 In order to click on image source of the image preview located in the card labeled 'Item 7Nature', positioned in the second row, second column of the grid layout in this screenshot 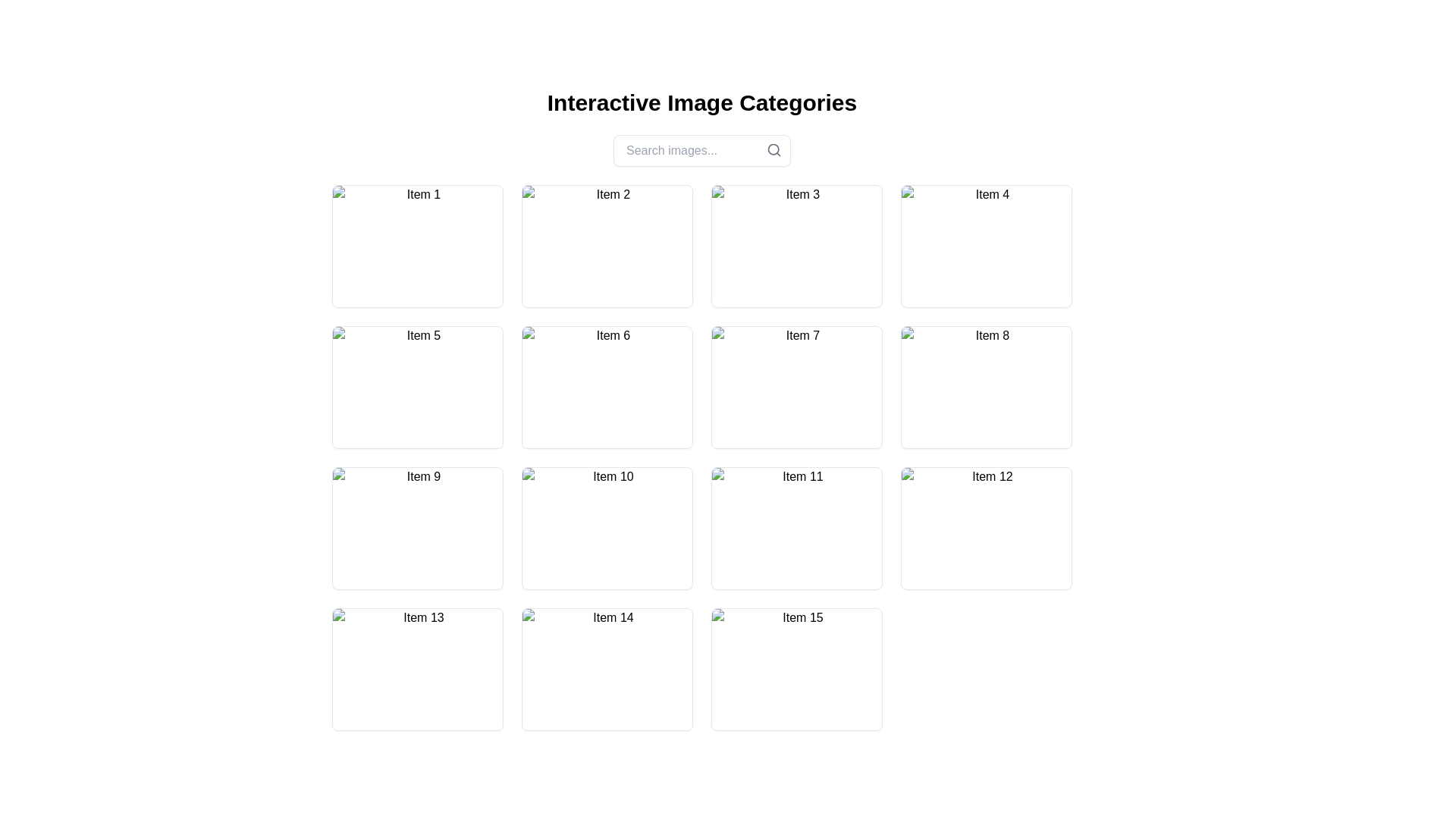, I will do `click(796, 386)`.